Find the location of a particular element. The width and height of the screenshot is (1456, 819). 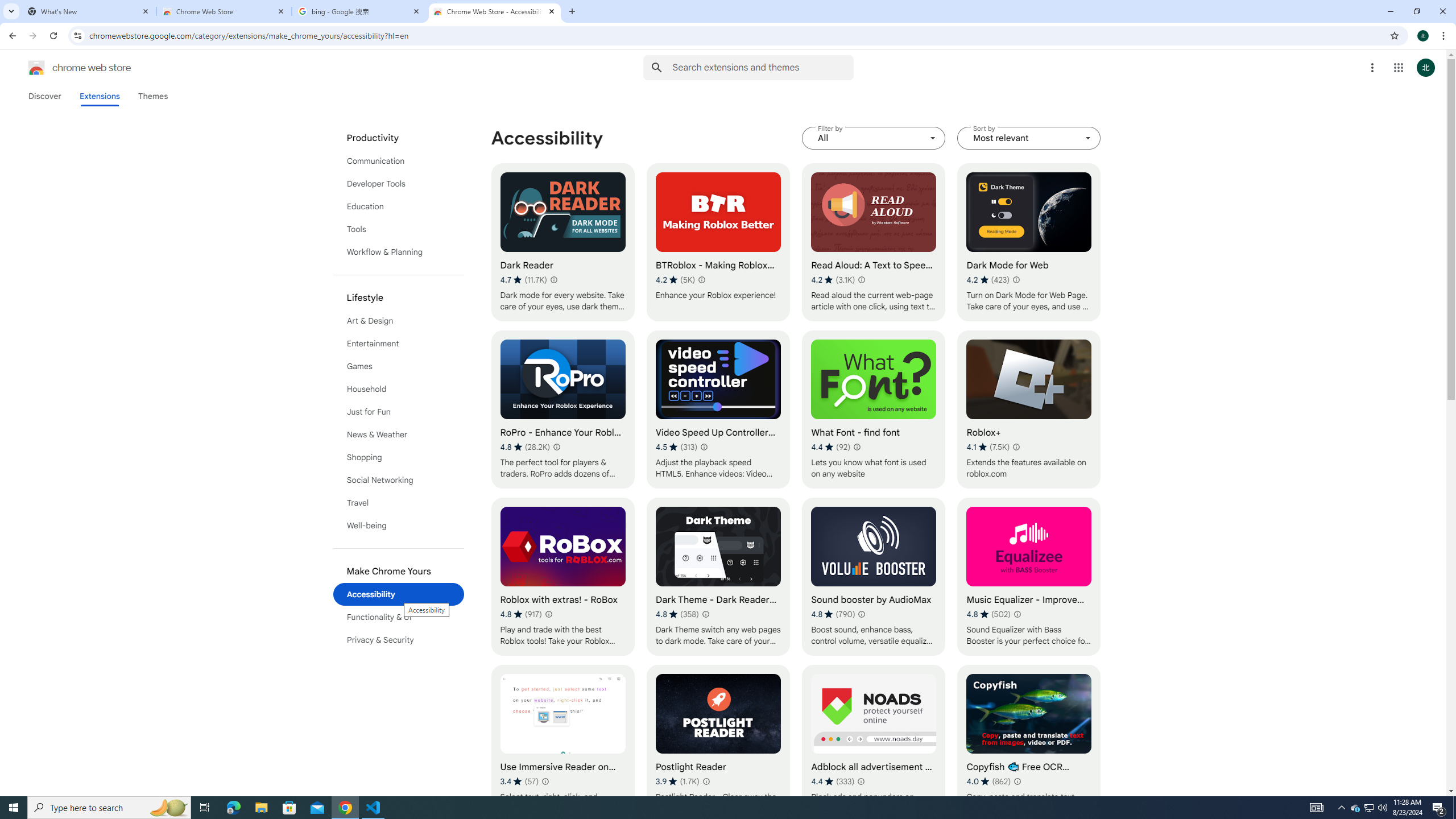

'Privacy & Security' is located at coordinates (399, 639).